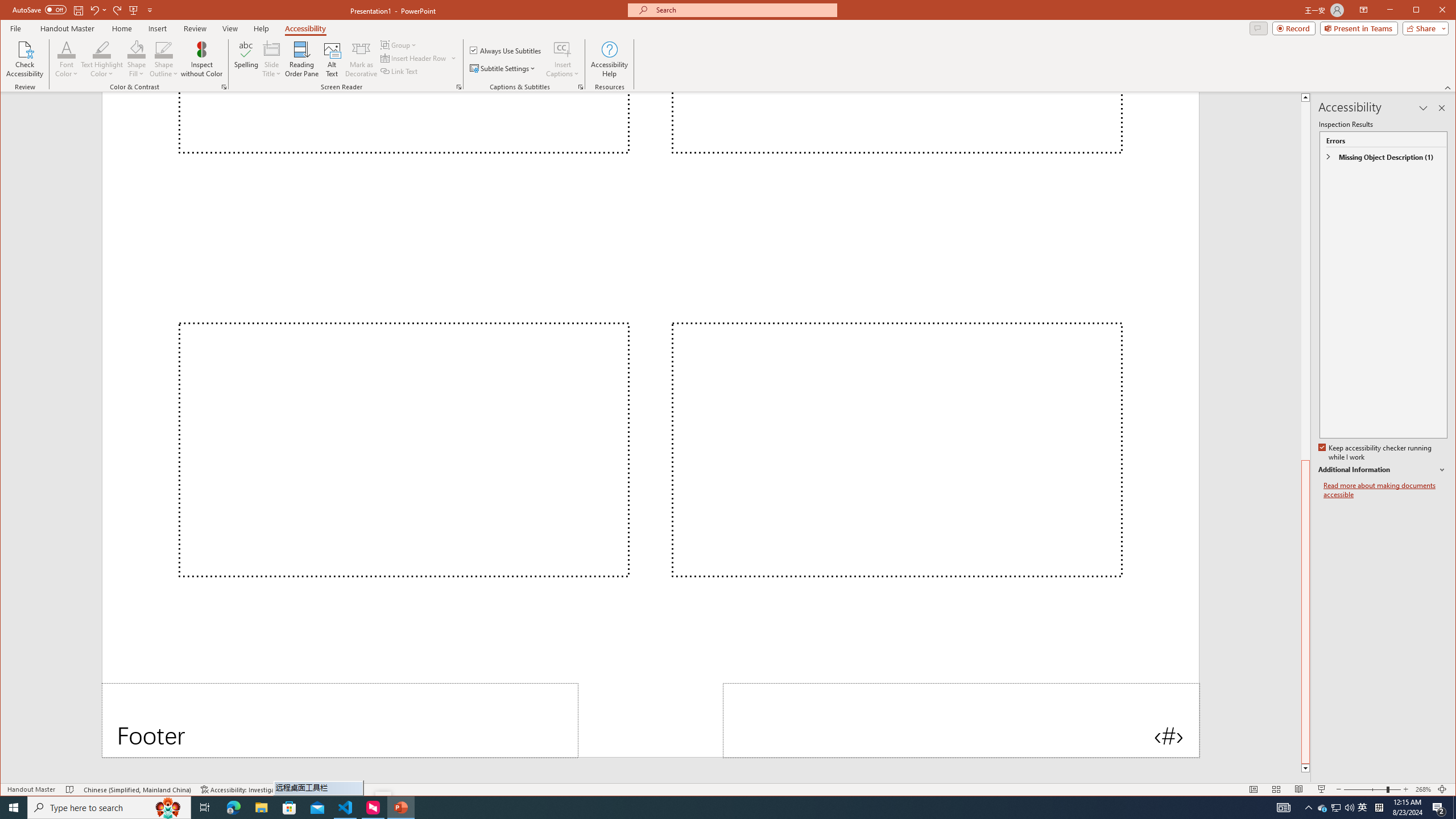 The height and width of the screenshot is (819, 1456). I want to click on 'Shape Fill Orange, Accent 2', so click(136, 48).